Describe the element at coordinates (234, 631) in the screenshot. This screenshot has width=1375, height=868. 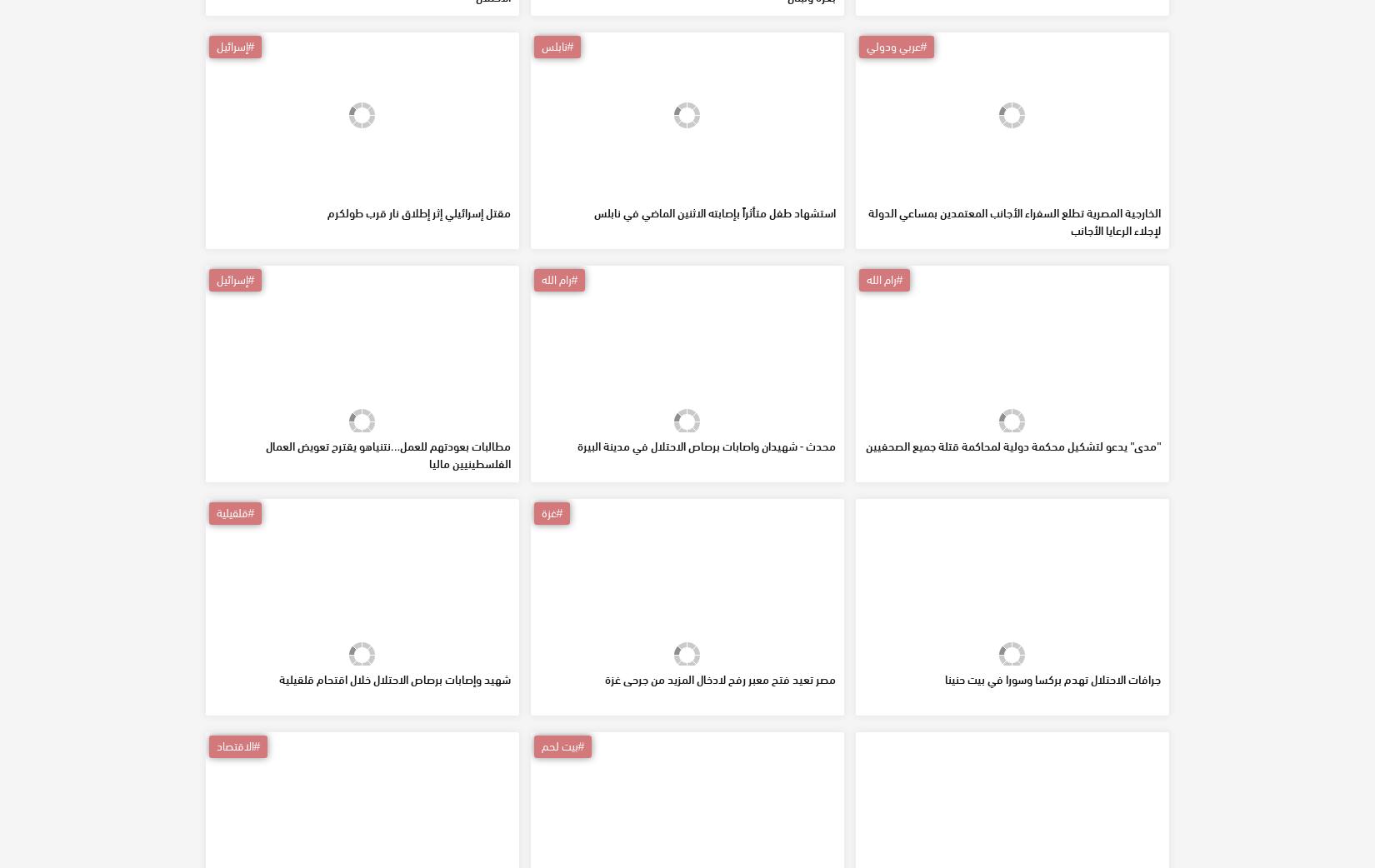
I see `'#قلقيلية'` at that location.